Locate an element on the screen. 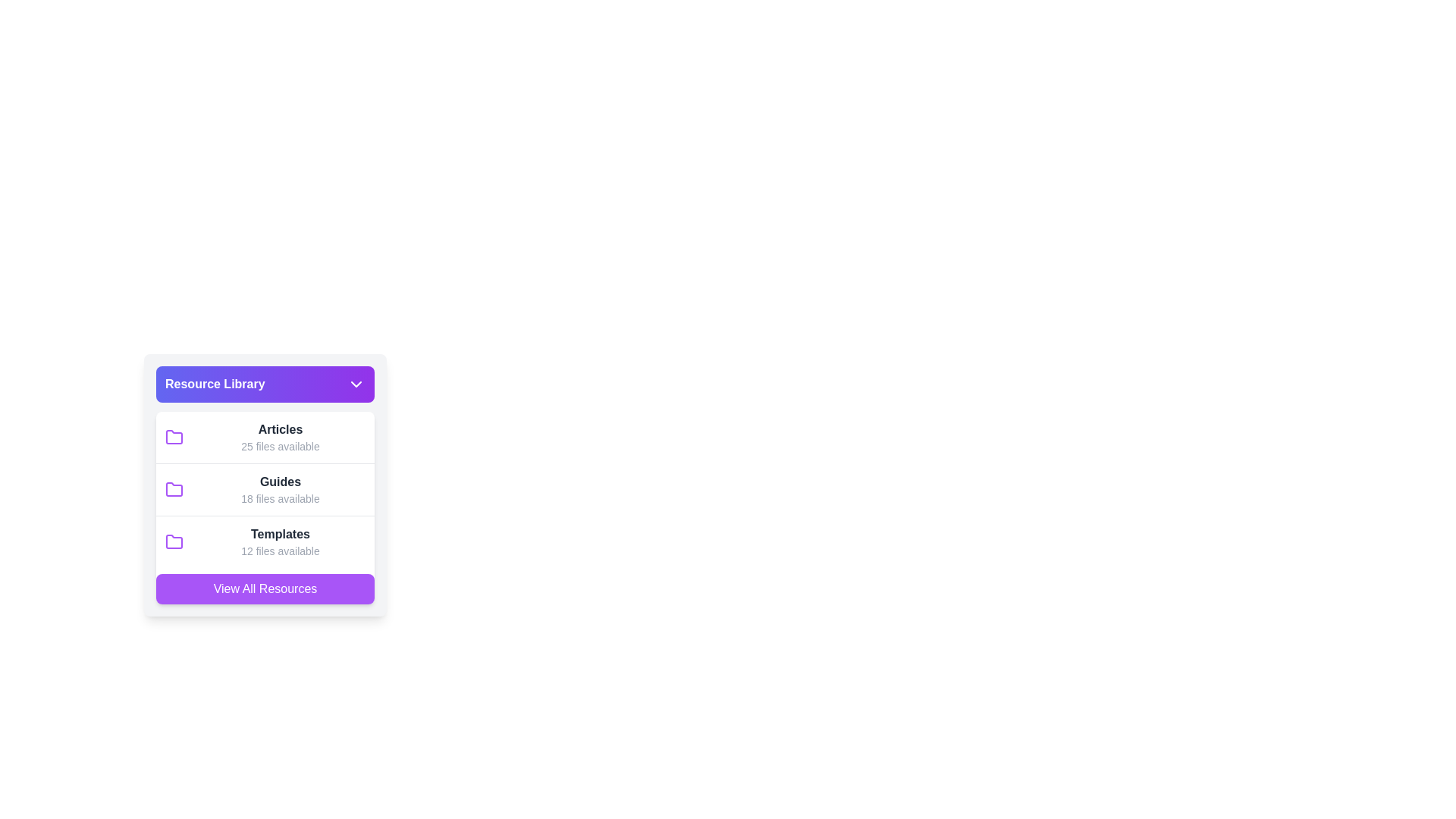  the informational static text label that indicates the number of files available under the 'Templates' category, which is located directly underneath the 'Templates' heading is located at coordinates (280, 551).